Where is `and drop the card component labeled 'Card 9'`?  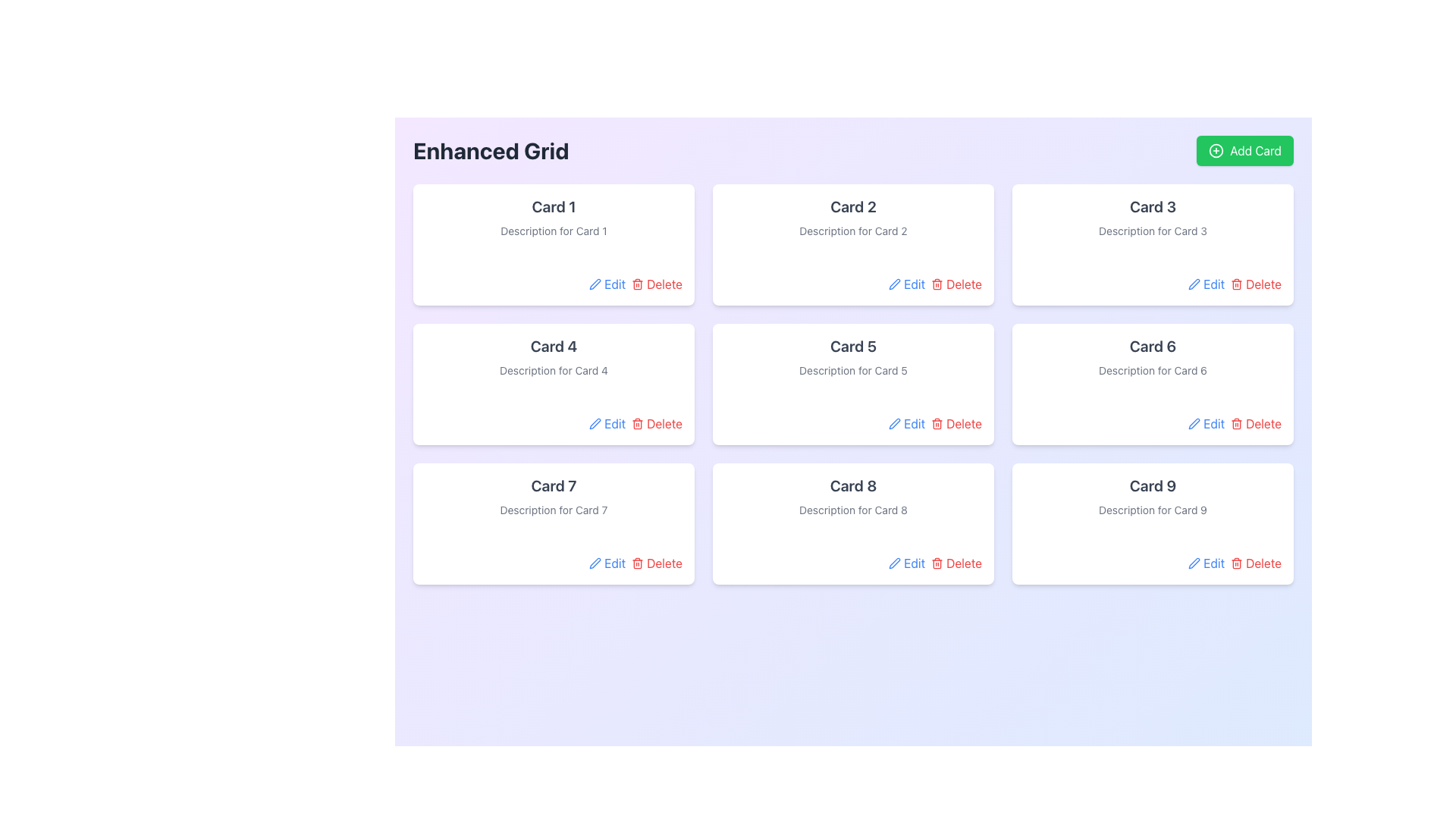
and drop the card component labeled 'Card 9' is located at coordinates (1153, 522).